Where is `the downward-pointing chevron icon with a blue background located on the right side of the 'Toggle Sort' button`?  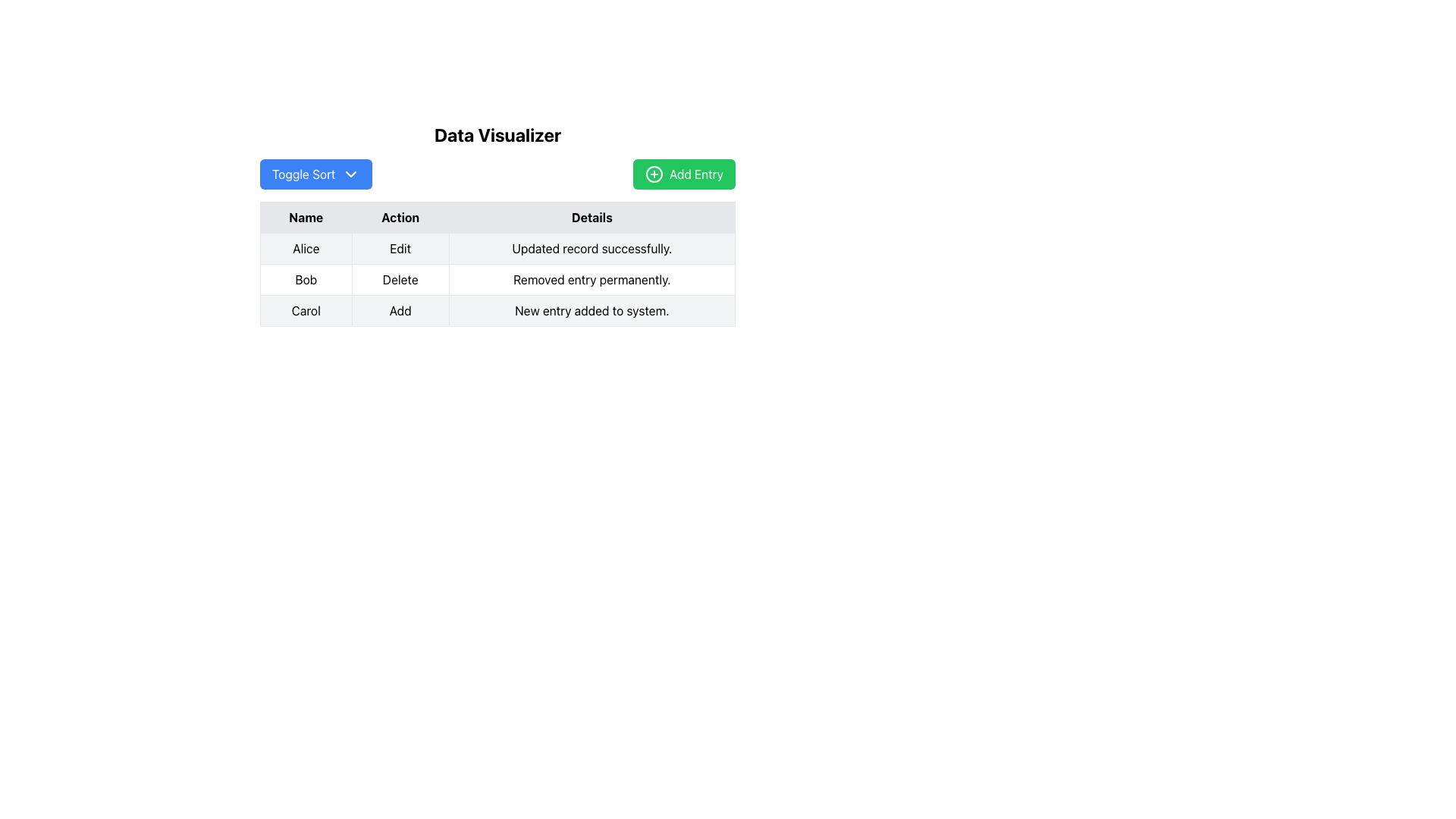
the downward-pointing chevron icon with a blue background located on the right side of the 'Toggle Sort' button is located at coordinates (350, 174).